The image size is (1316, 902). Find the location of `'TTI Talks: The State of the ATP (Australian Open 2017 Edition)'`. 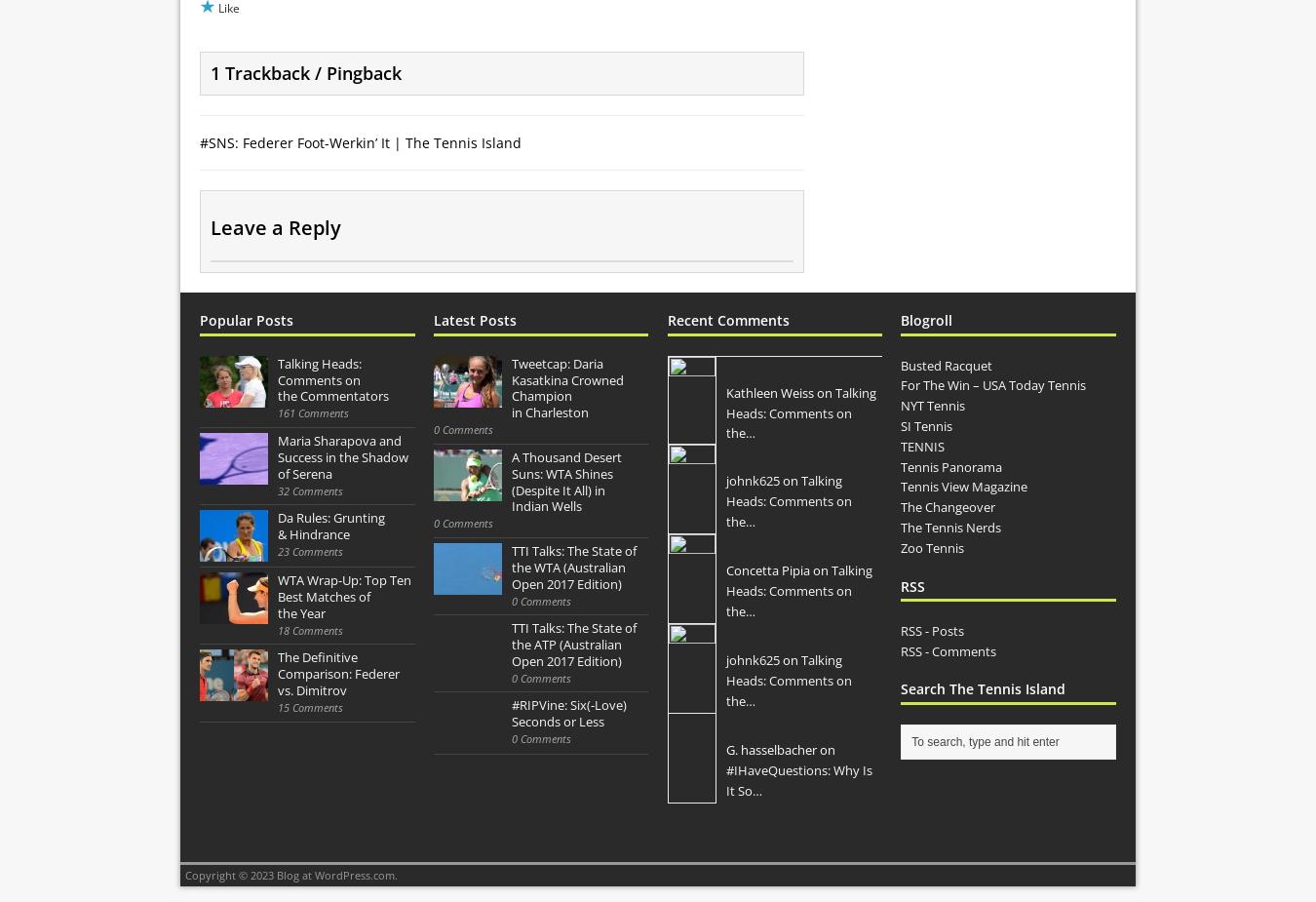

'TTI Talks: The State of the ATP (Australian Open 2017 Edition)' is located at coordinates (573, 645).